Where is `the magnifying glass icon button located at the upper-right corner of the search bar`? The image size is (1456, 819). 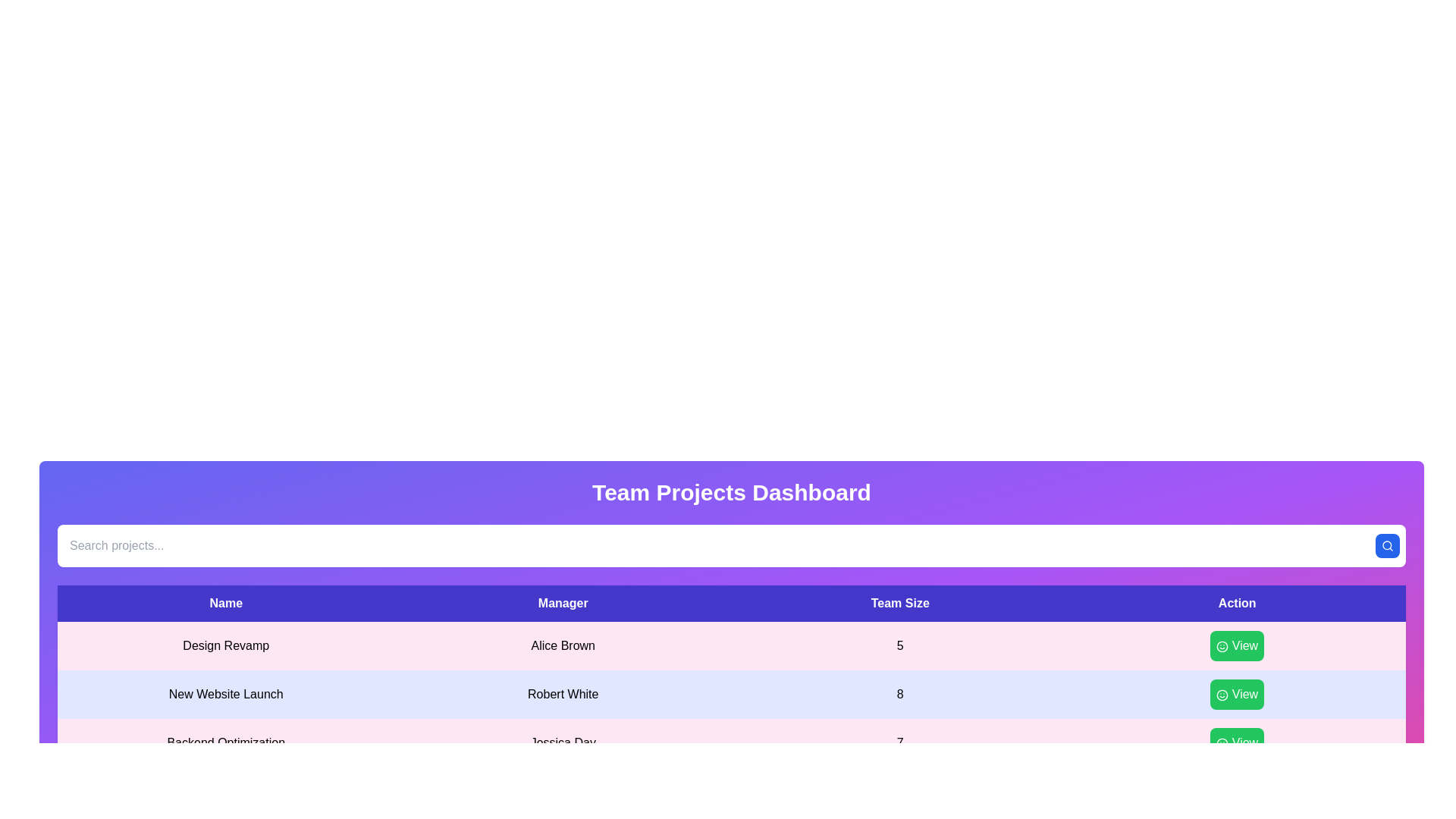
the magnifying glass icon button located at the upper-right corner of the search bar is located at coordinates (1387, 546).